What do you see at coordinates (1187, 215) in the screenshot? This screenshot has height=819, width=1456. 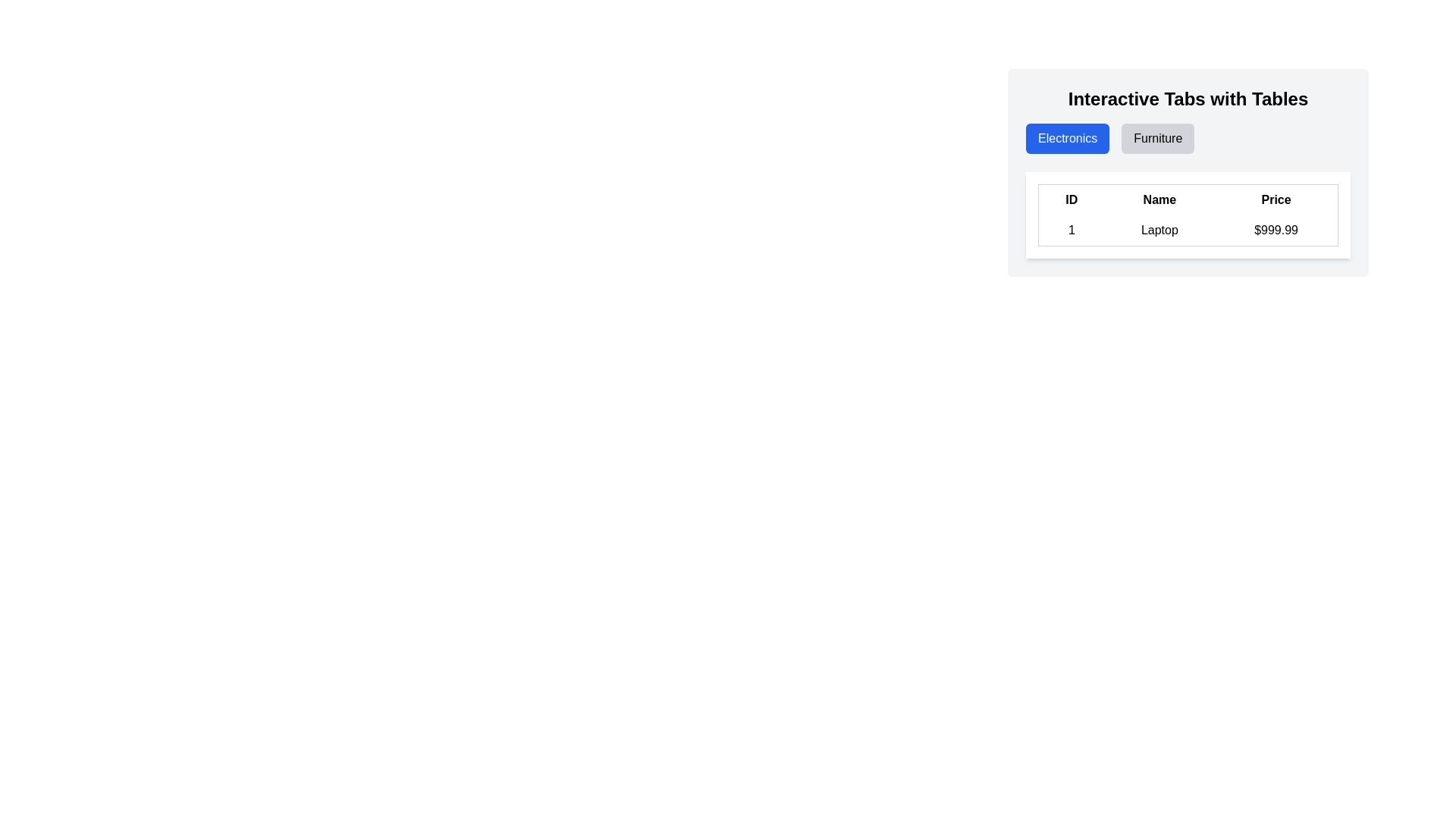 I see `the data display table that presents item information, specifically showing the Laptop with its ID and price, located under the 'Interactive Tabs with Tables' section` at bounding box center [1187, 215].